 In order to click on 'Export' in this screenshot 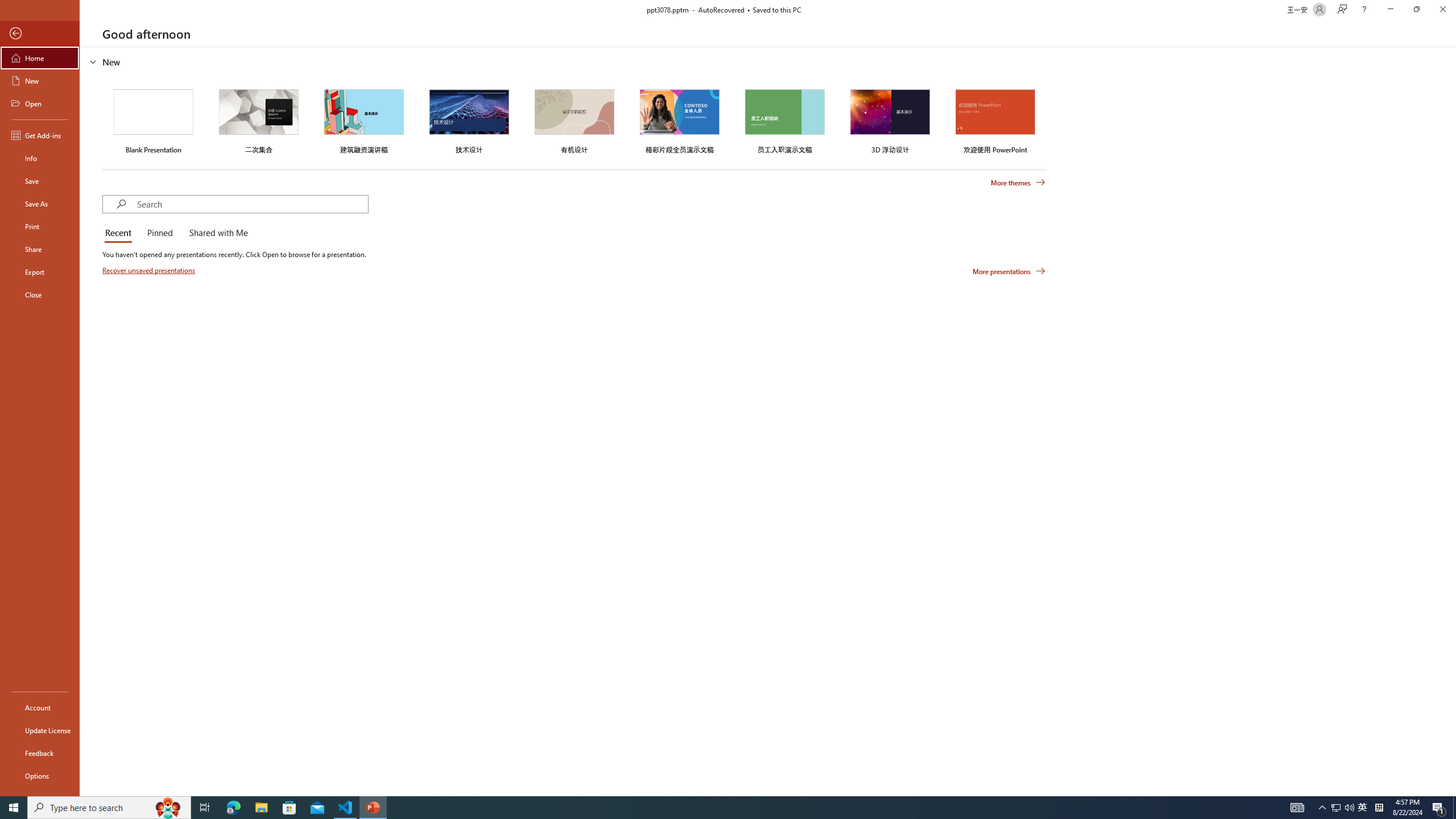, I will do `click(39, 272)`.